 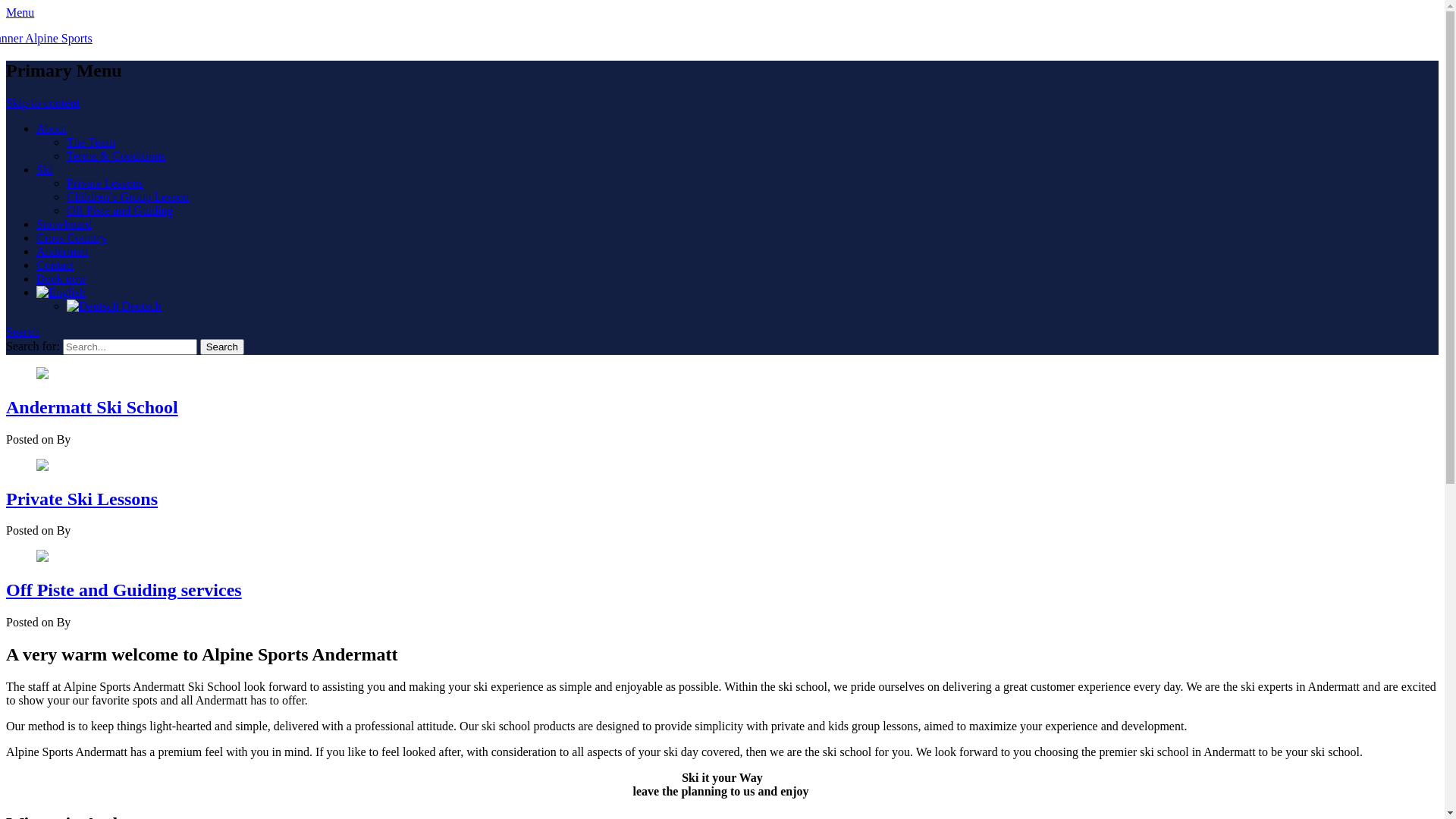 What do you see at coordinates (221, 347) in the screenshot?
I see `'Search'` at bounding box center [221, 347].